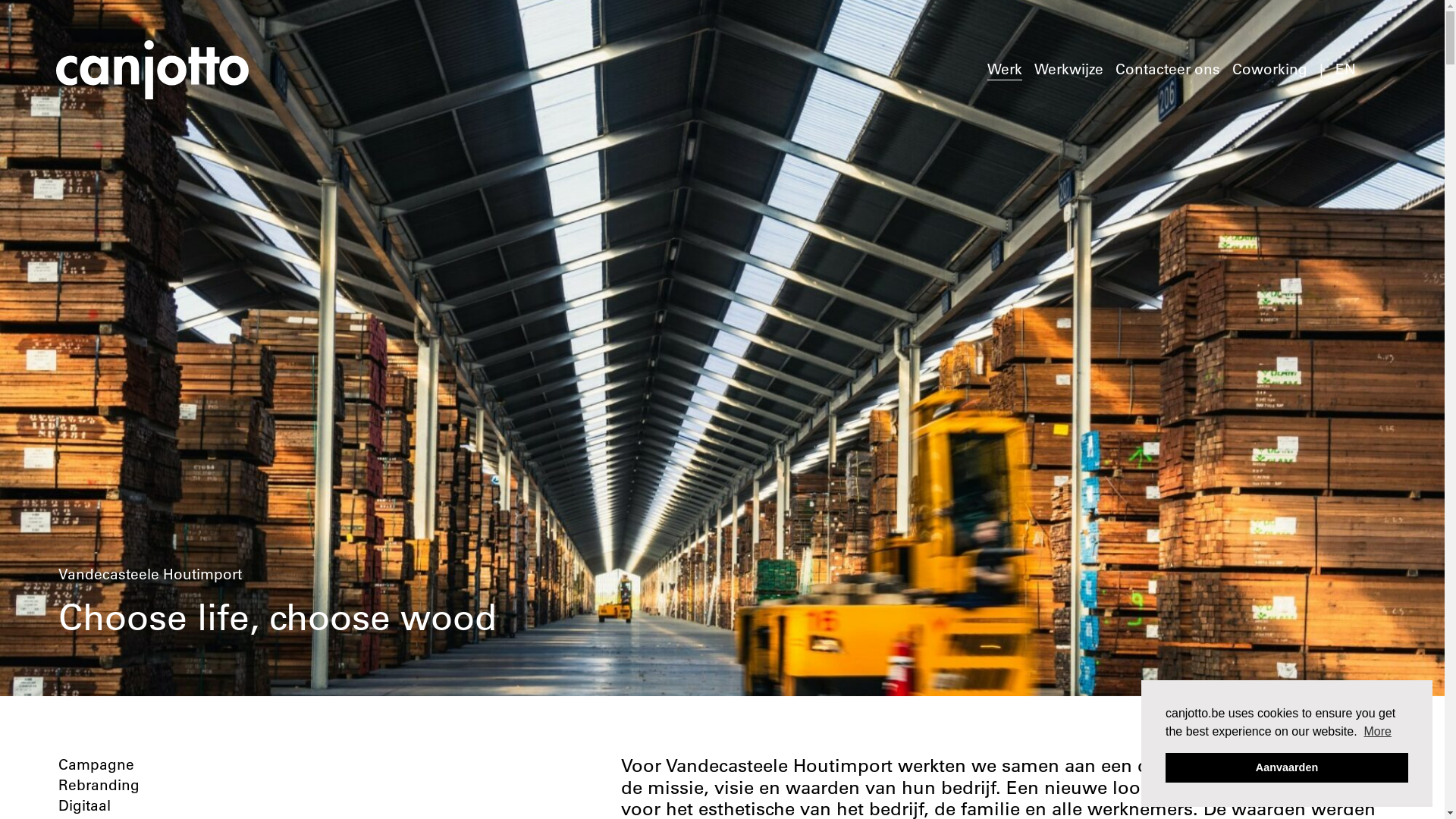 This screenshot has width=1456, height=819. Describe the element at coordinates (1286, 767) in the screenshot. I see `'Aanvaarden'` at that location.